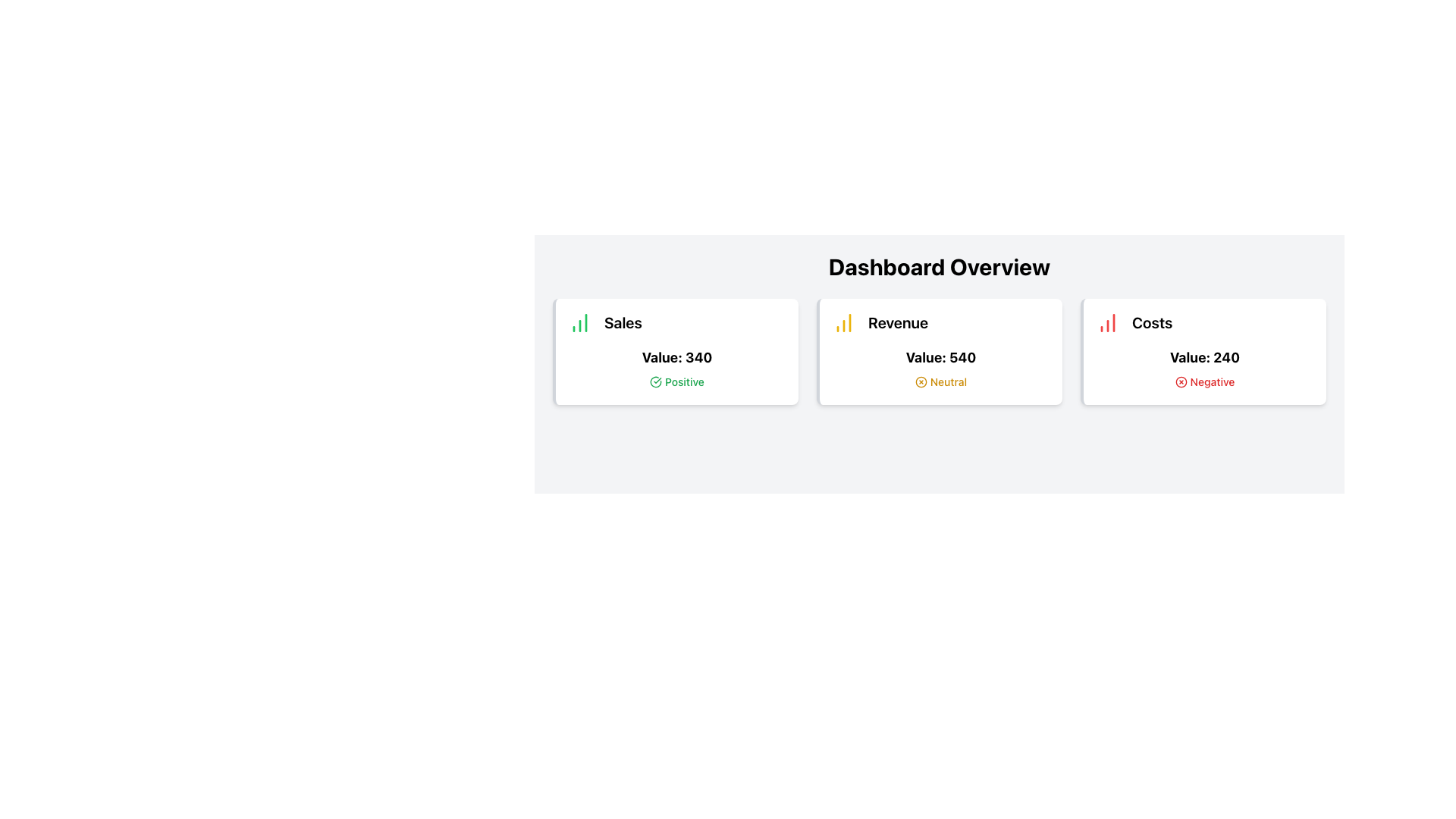 Image resolution: width=1456 pixels, height=819 pixels. What do you see at coordinates (1180, 381) in the screenshot?
I see `the SVG circle element that serves as a visual indicator within the 'Costs' card, located at the top-right corner` at bounding box center [1180, 381].